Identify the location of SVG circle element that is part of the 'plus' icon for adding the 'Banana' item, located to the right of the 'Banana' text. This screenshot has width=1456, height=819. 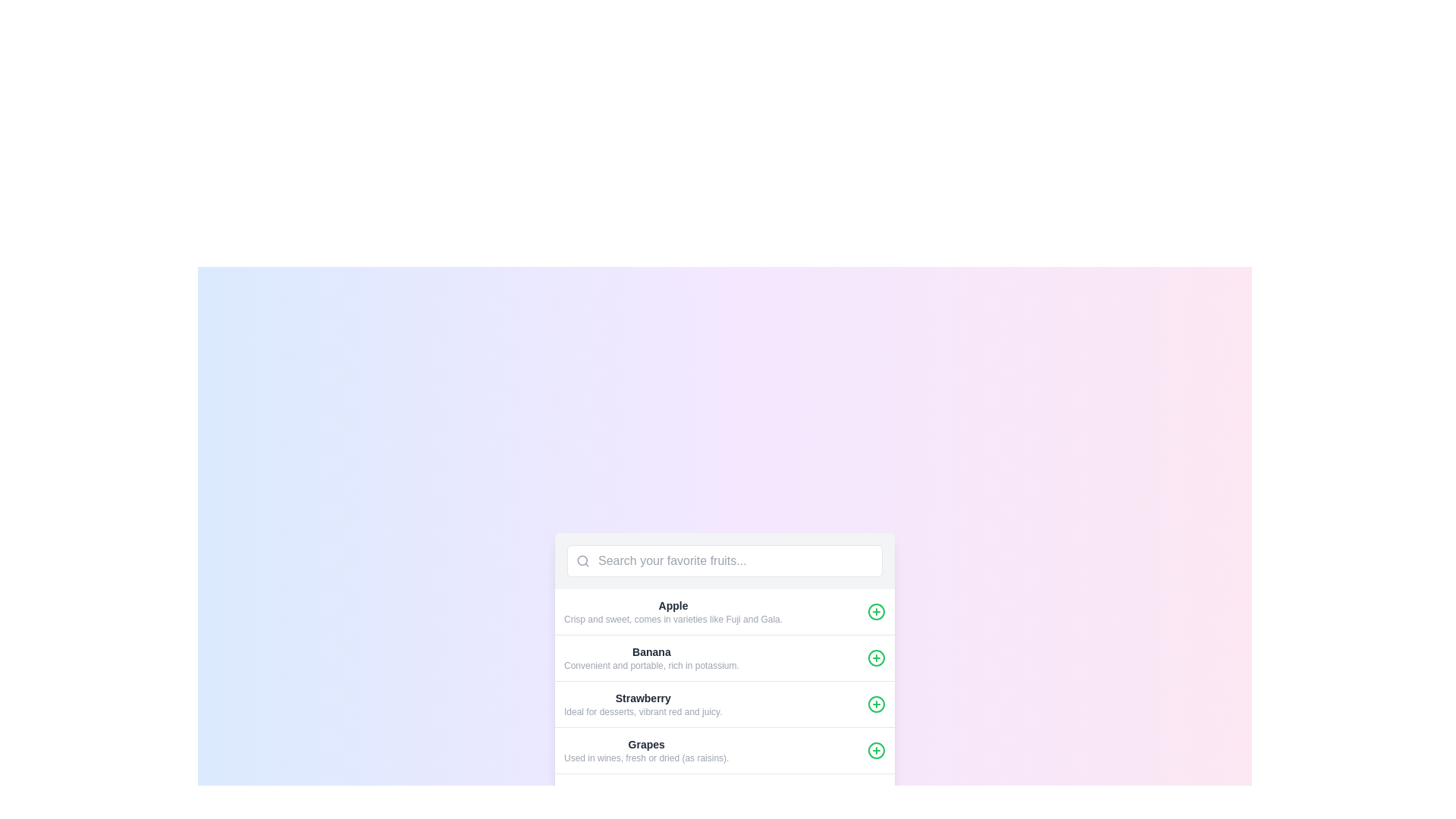
(877, 657).